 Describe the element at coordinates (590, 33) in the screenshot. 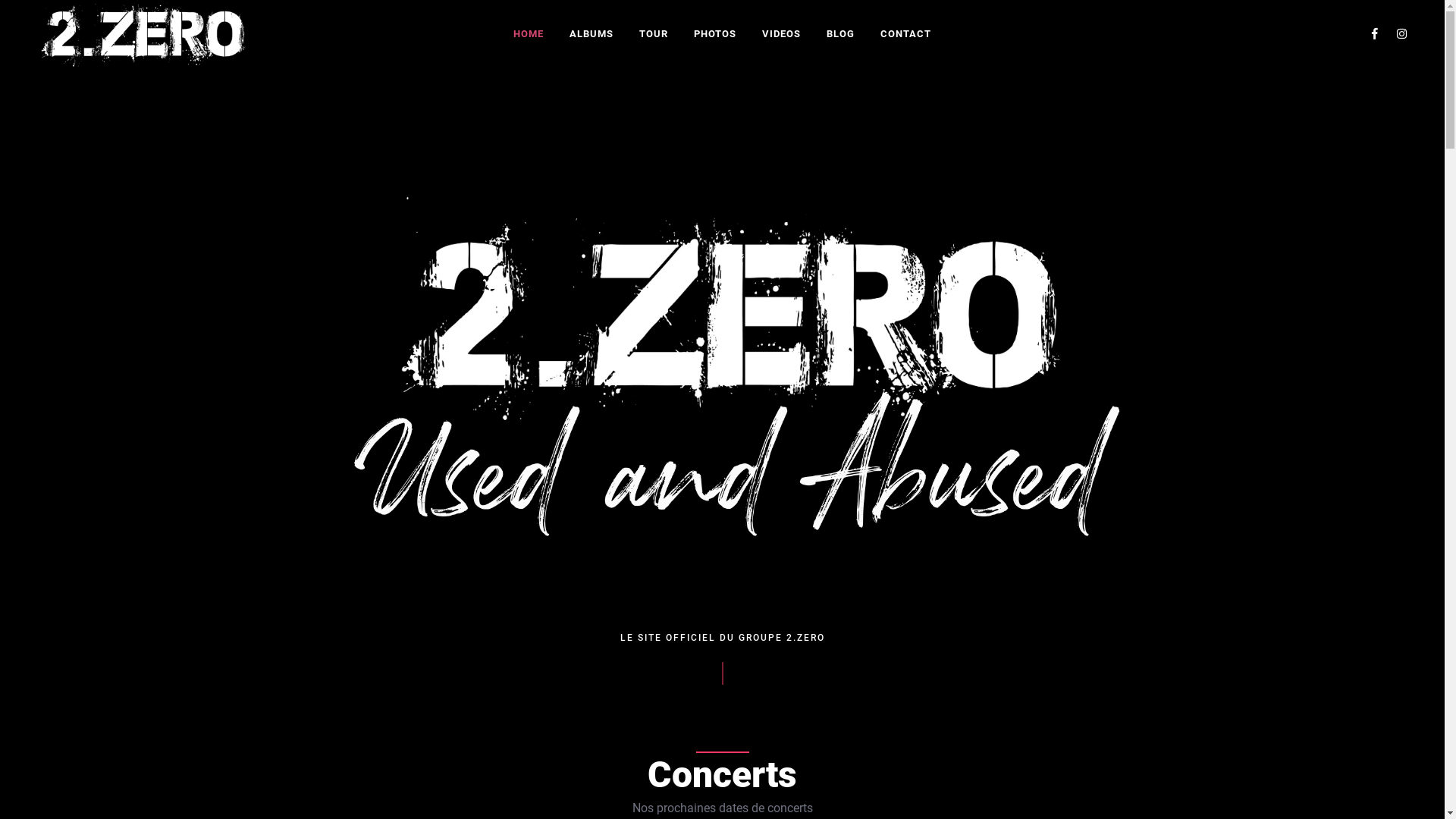

I see `'ALBUMS'` at that location.